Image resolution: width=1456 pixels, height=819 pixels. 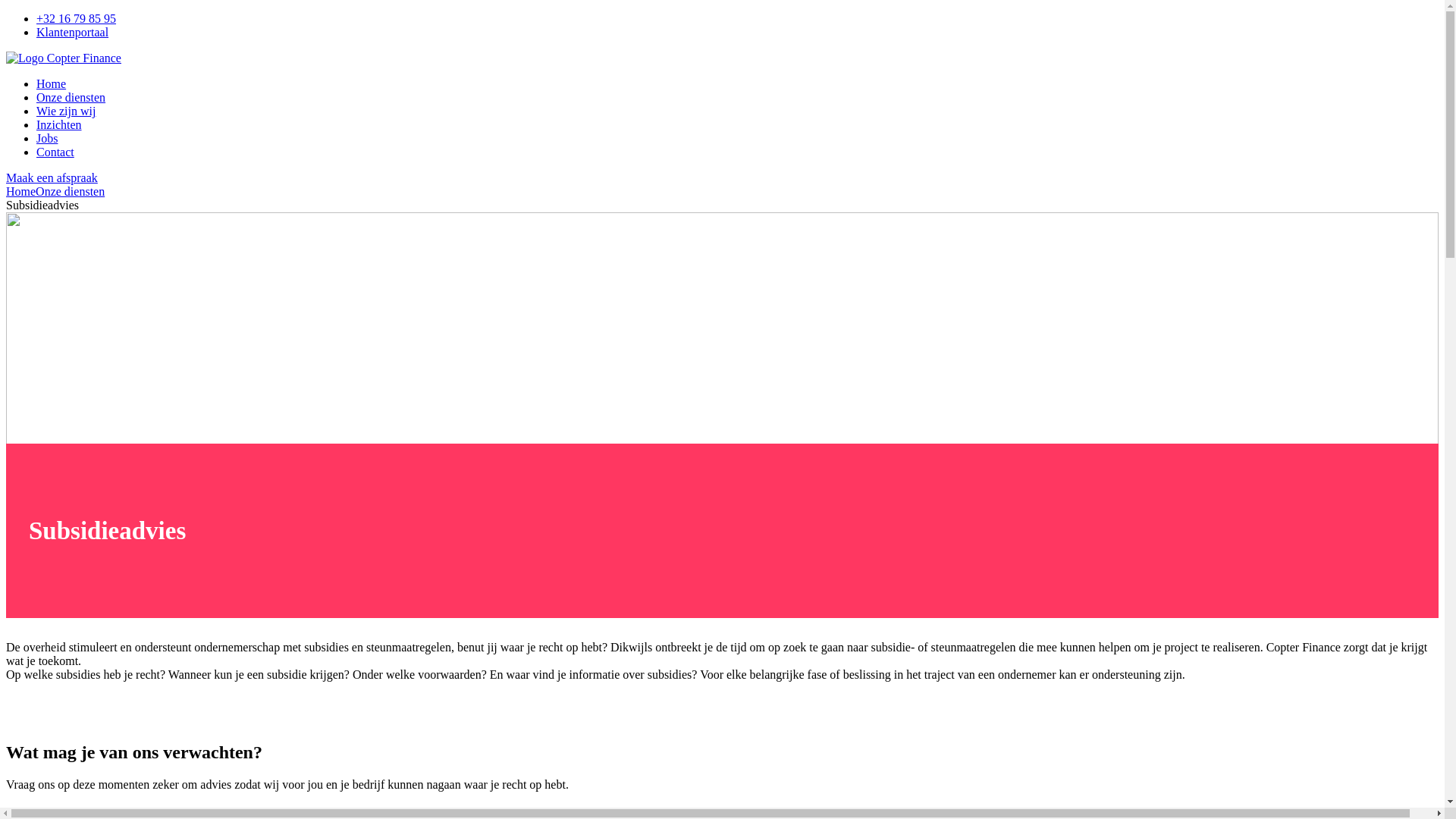 What do you see at coordinates (71, 32) in the screenshot?
I see `'Klantenportaal'` at bounding box center [71, 32].